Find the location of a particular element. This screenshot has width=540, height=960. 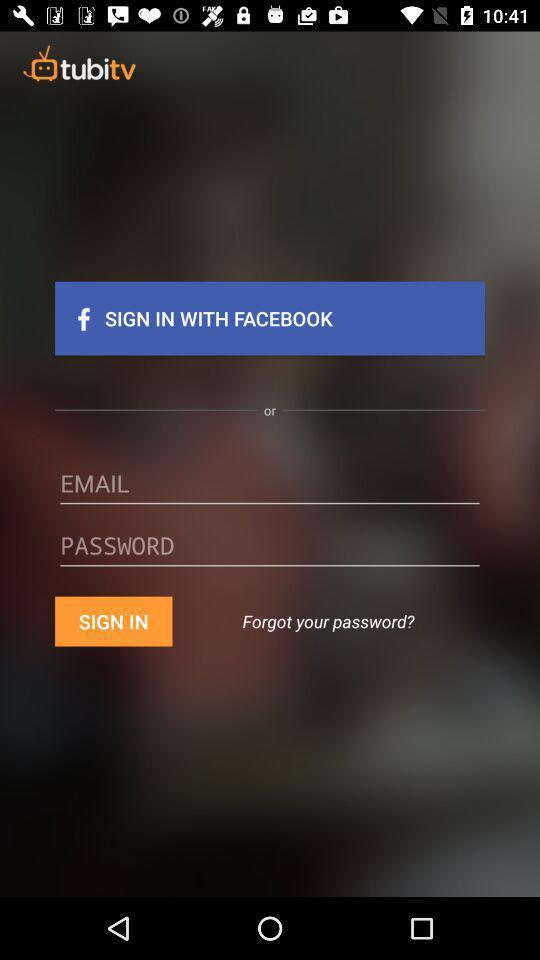

item next to the sign in is located at coordinates (328, 620).